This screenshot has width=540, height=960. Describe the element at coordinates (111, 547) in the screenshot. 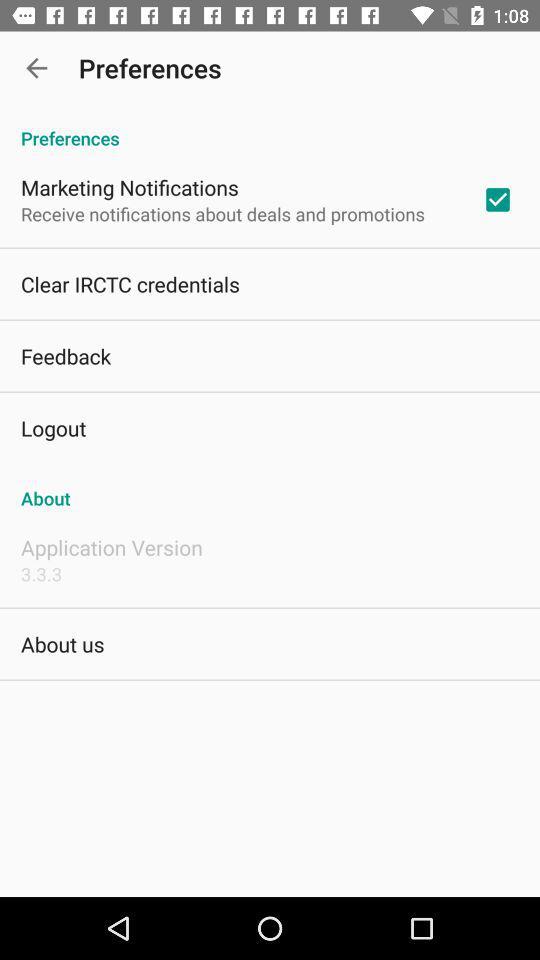

I see `item above the 3.3.3 item` at that location.